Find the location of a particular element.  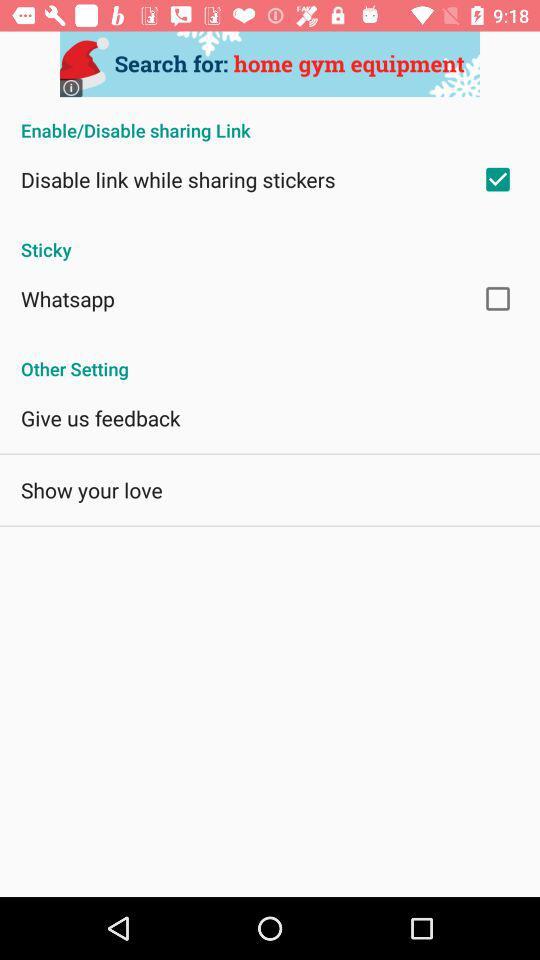

sticky is located at coordinates (270, 239).